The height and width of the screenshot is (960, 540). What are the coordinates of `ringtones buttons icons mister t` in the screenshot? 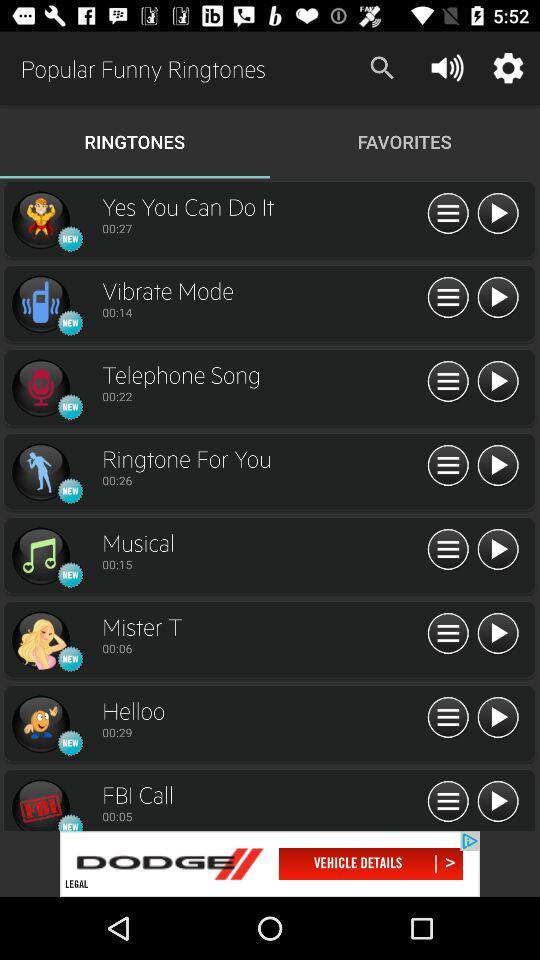 It's located at (448, 633).